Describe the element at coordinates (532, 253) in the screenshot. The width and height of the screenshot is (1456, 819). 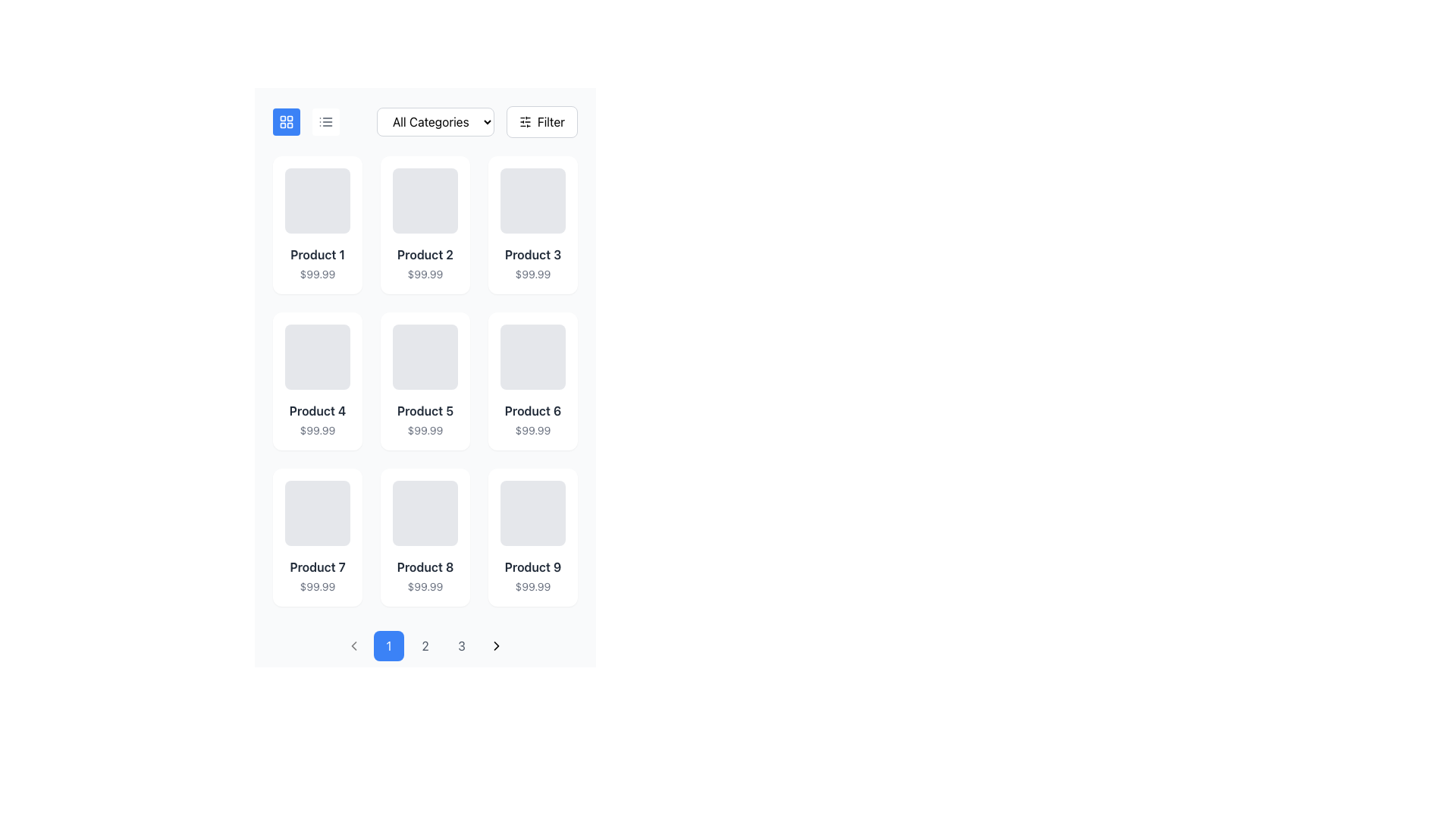
I see `text displayed in the product name label located in the first row and third column of the grid layout` at that location.